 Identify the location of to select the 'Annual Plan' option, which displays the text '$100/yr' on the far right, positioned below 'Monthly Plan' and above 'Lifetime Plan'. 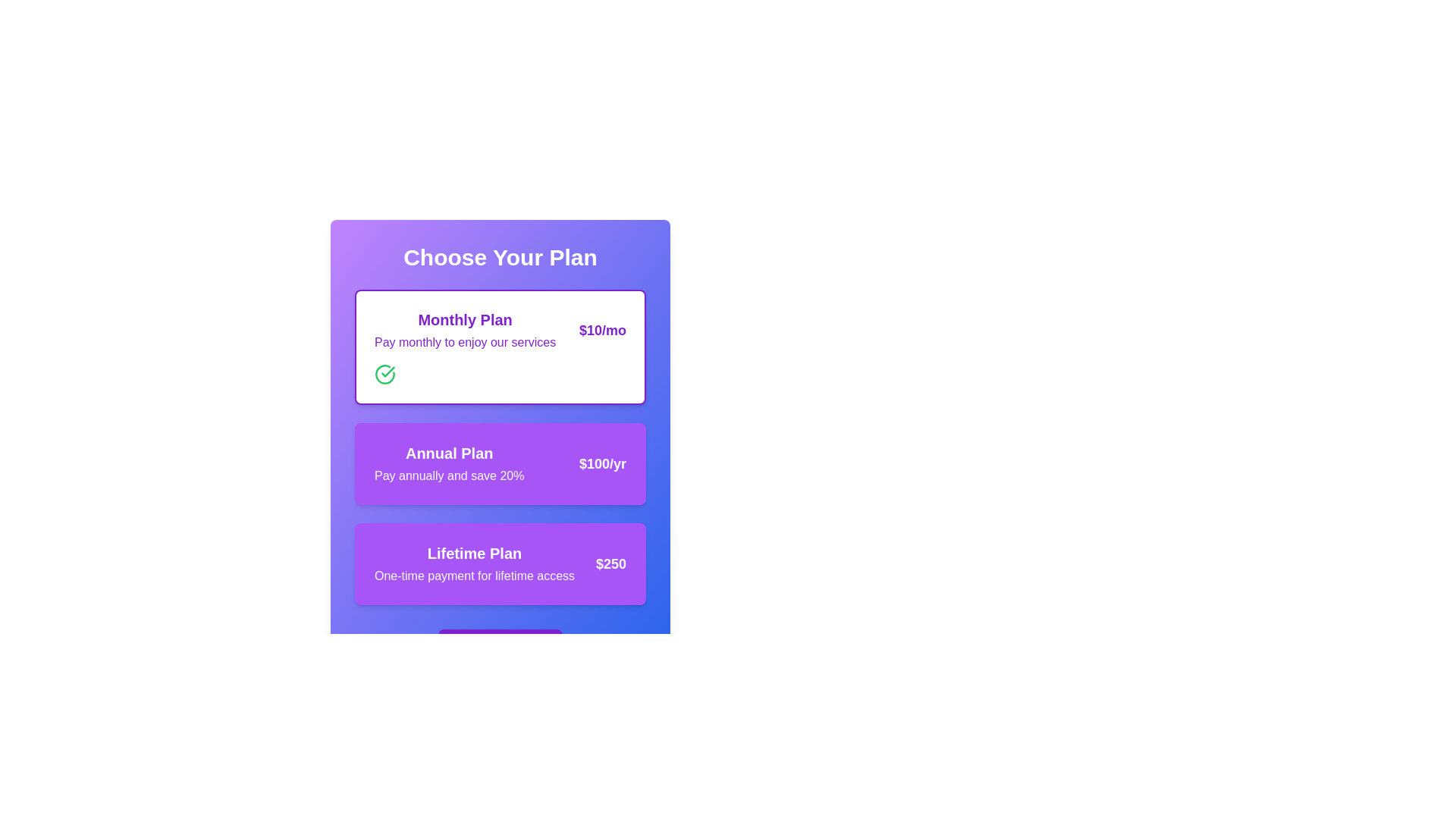
(500, 463).